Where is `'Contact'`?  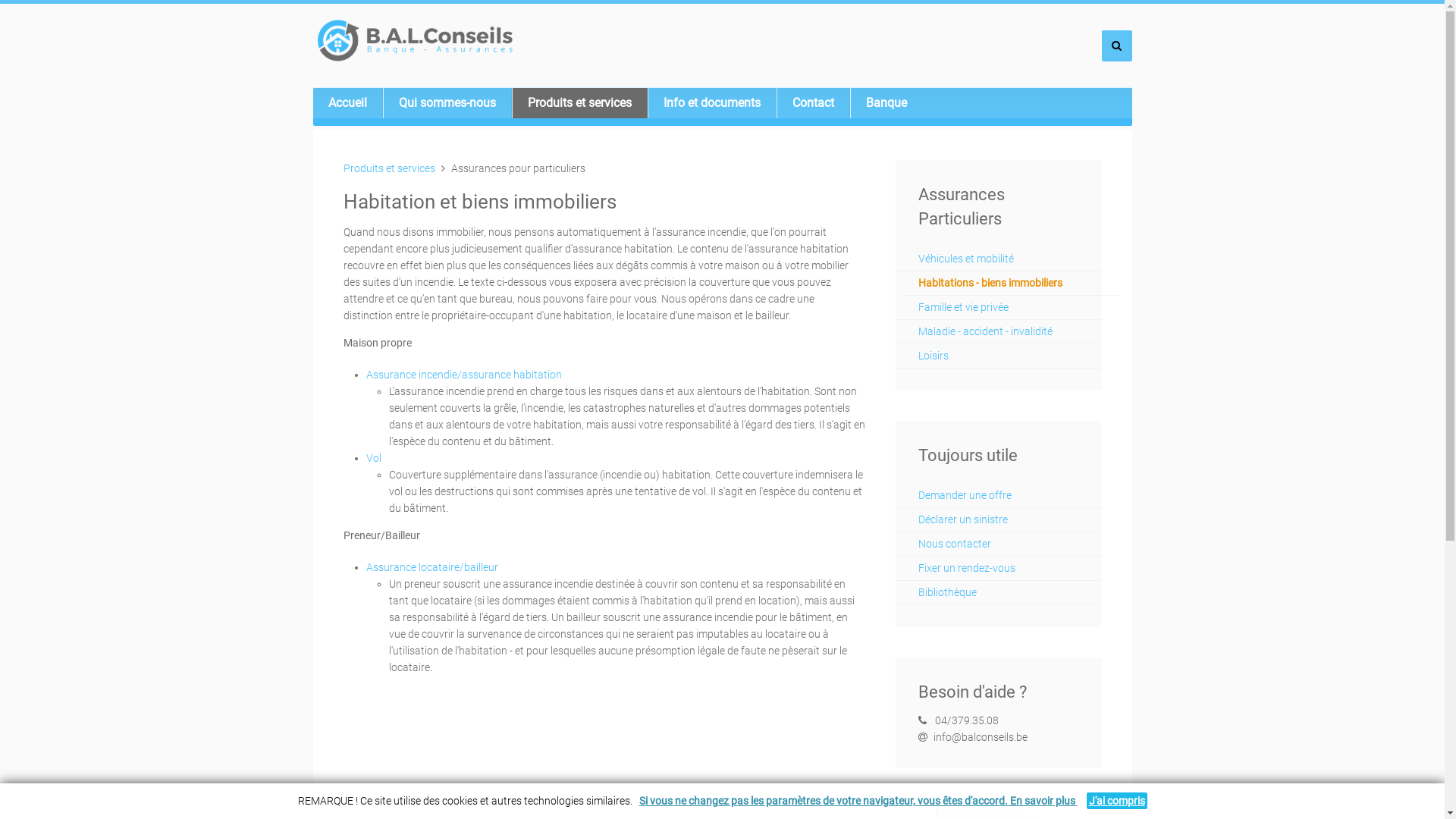 'Contact' is located at coordinates (812, 102).